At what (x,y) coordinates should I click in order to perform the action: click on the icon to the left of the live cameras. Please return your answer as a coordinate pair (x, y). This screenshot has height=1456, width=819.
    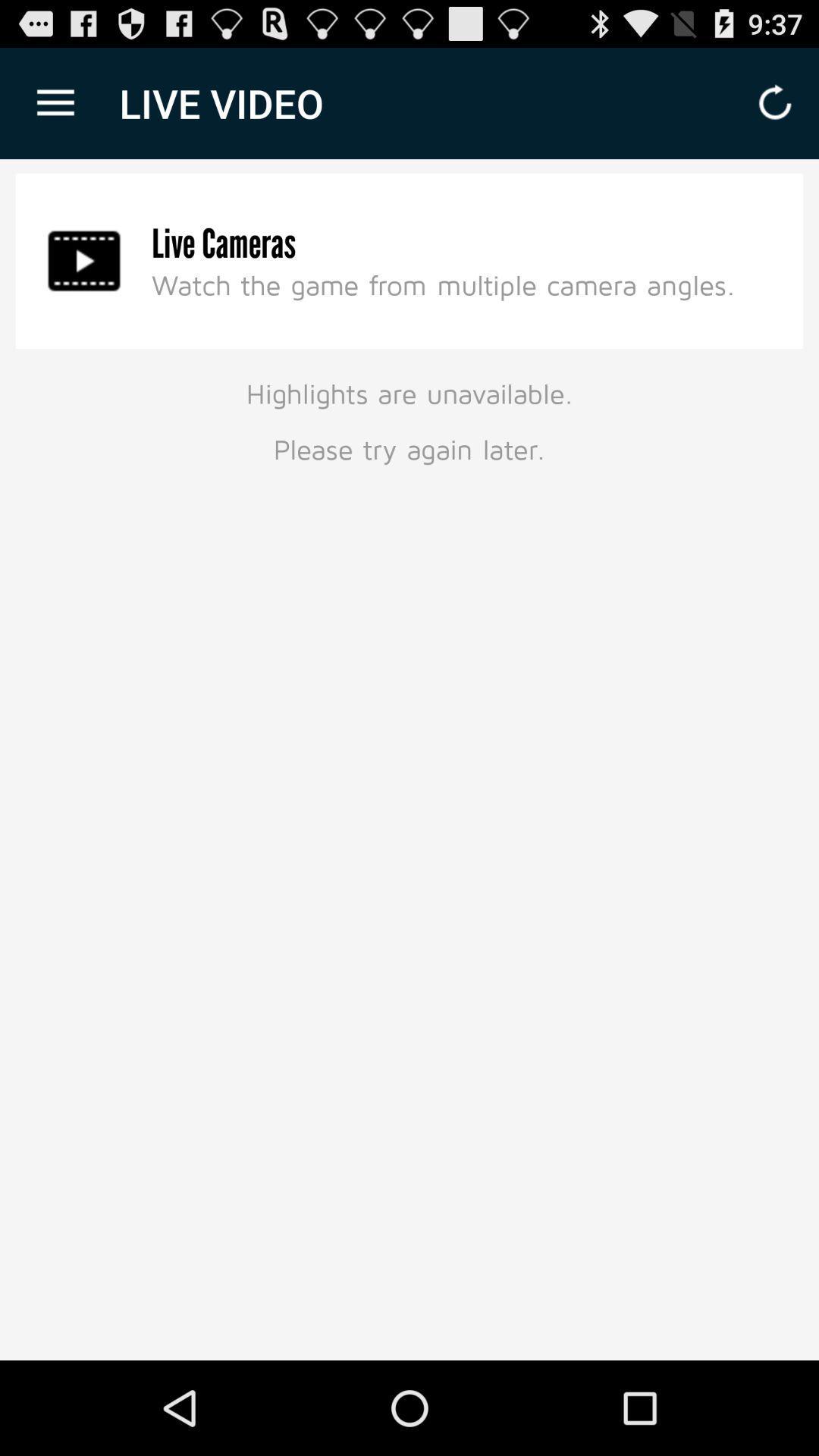
    Looking at the image, I should click on (84, 261).